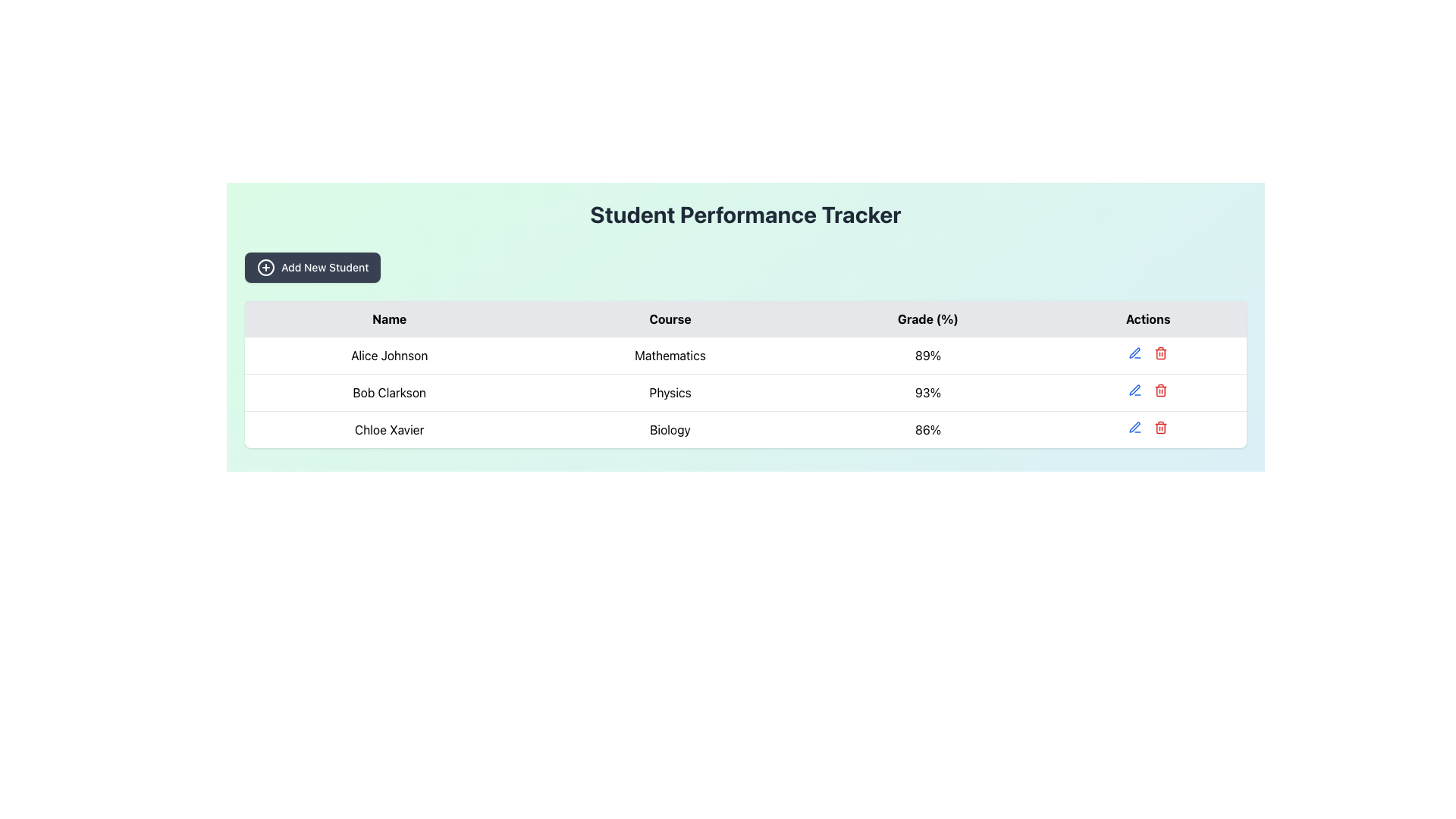  What do you see at coordinates (1160, 390) in the screenshot?
I see `the delete icon in the 'Actions' column of the third row` at bounding box center [1160, 390].